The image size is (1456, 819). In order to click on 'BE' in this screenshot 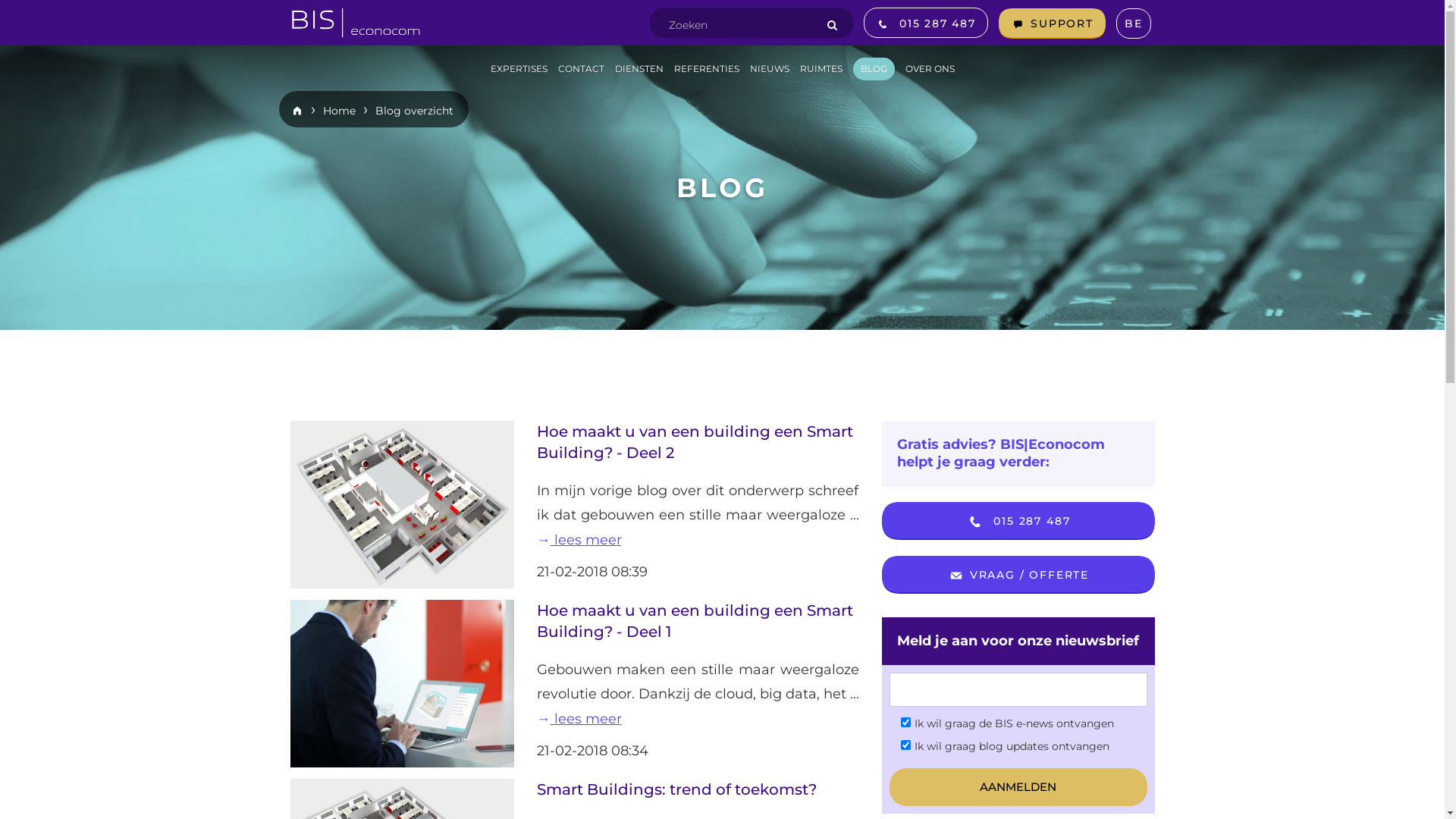, I will do `click(1116, 23)`.